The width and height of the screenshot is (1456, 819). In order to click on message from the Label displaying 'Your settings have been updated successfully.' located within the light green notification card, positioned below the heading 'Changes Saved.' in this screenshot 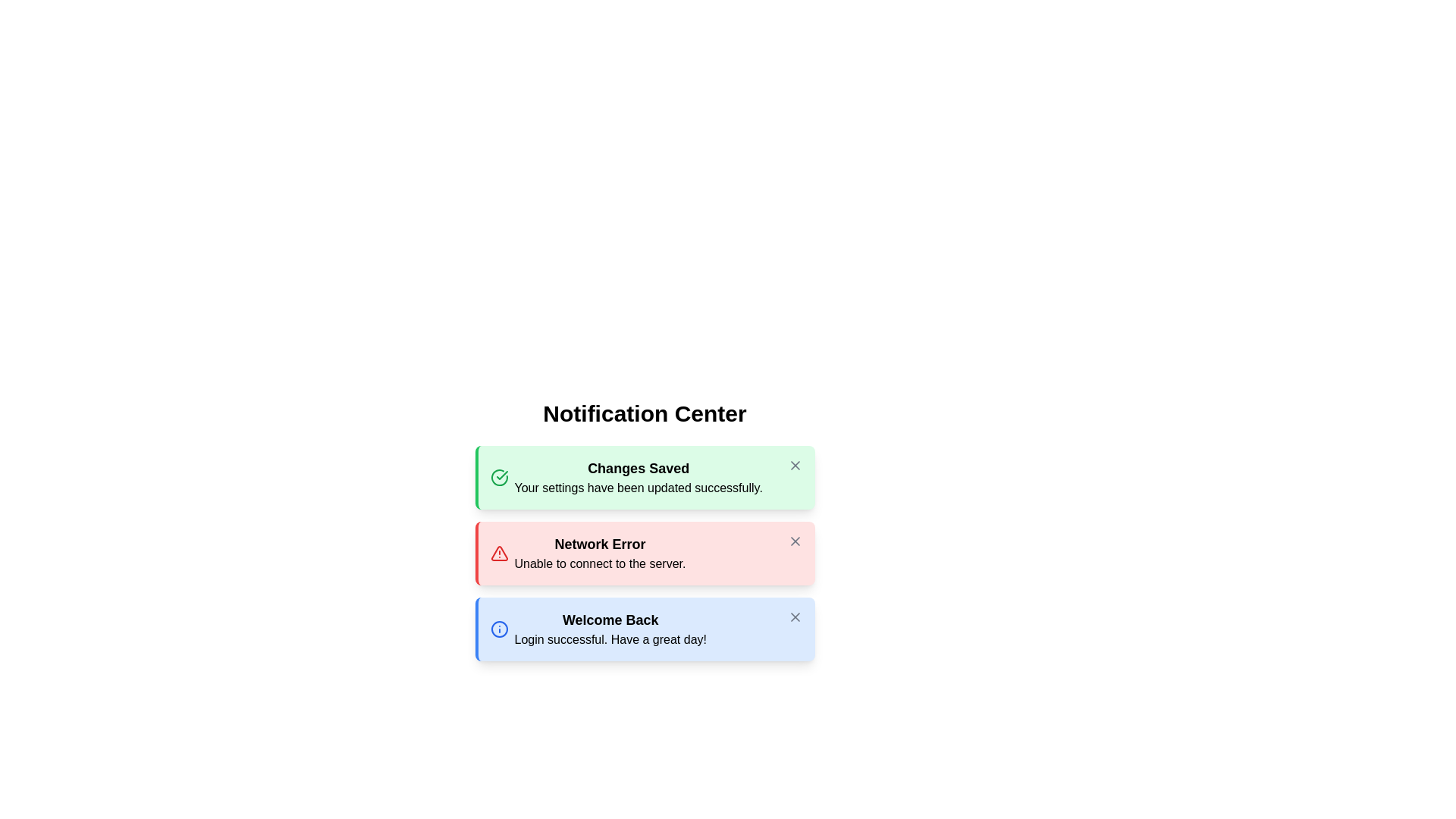, I will do `click(639, 488)`.